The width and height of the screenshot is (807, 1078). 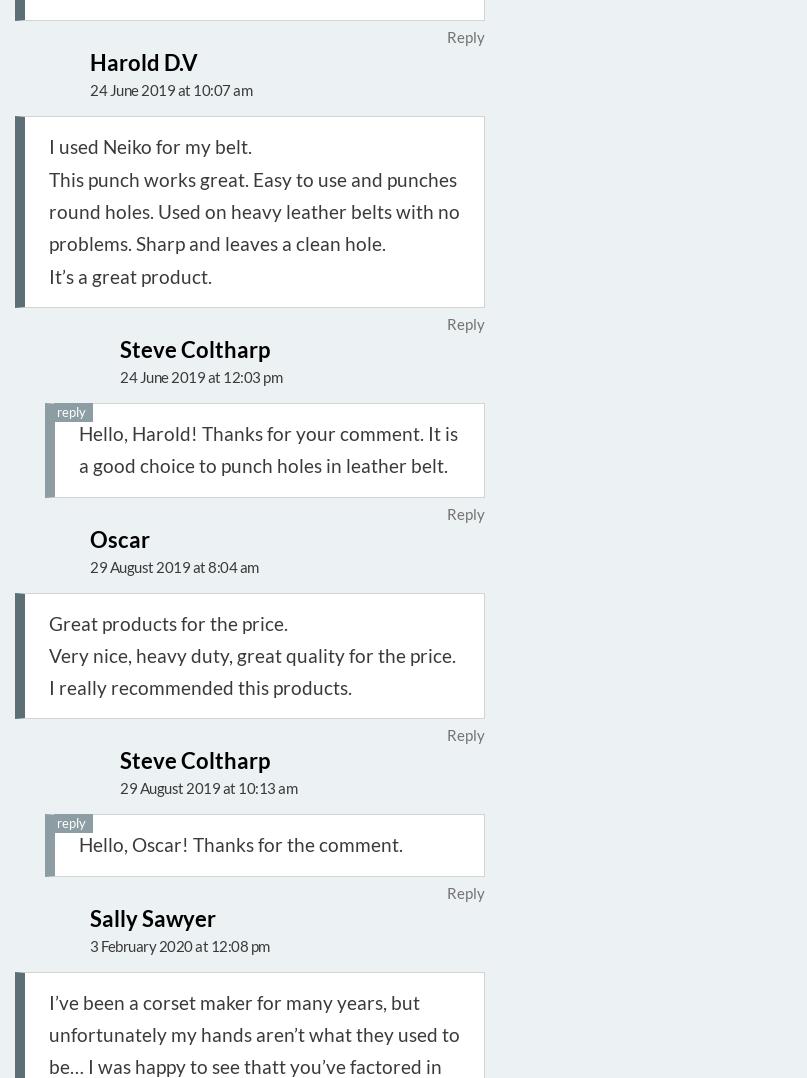 What do you see at coordinates (267, 448) in the screenshot?
I see `'Hello, Harold! Thanks for your comment. It is a good choice to punch holes in leather belt.'` at bounding box center [267, 448].